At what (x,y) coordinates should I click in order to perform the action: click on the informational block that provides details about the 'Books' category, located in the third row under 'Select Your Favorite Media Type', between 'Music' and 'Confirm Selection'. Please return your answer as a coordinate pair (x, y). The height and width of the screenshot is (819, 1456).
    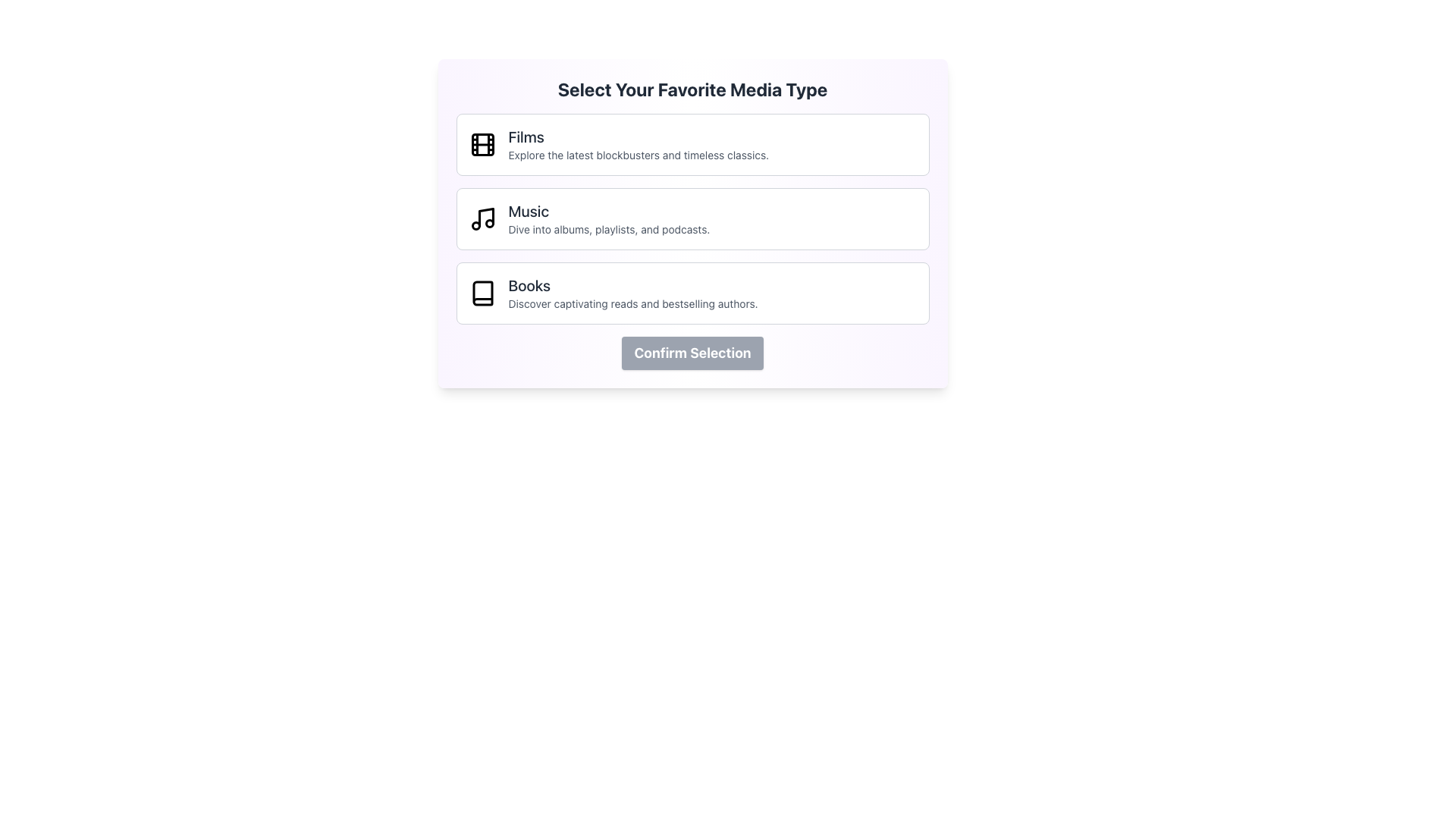
    Looking at the image, I should click on (633, 293).